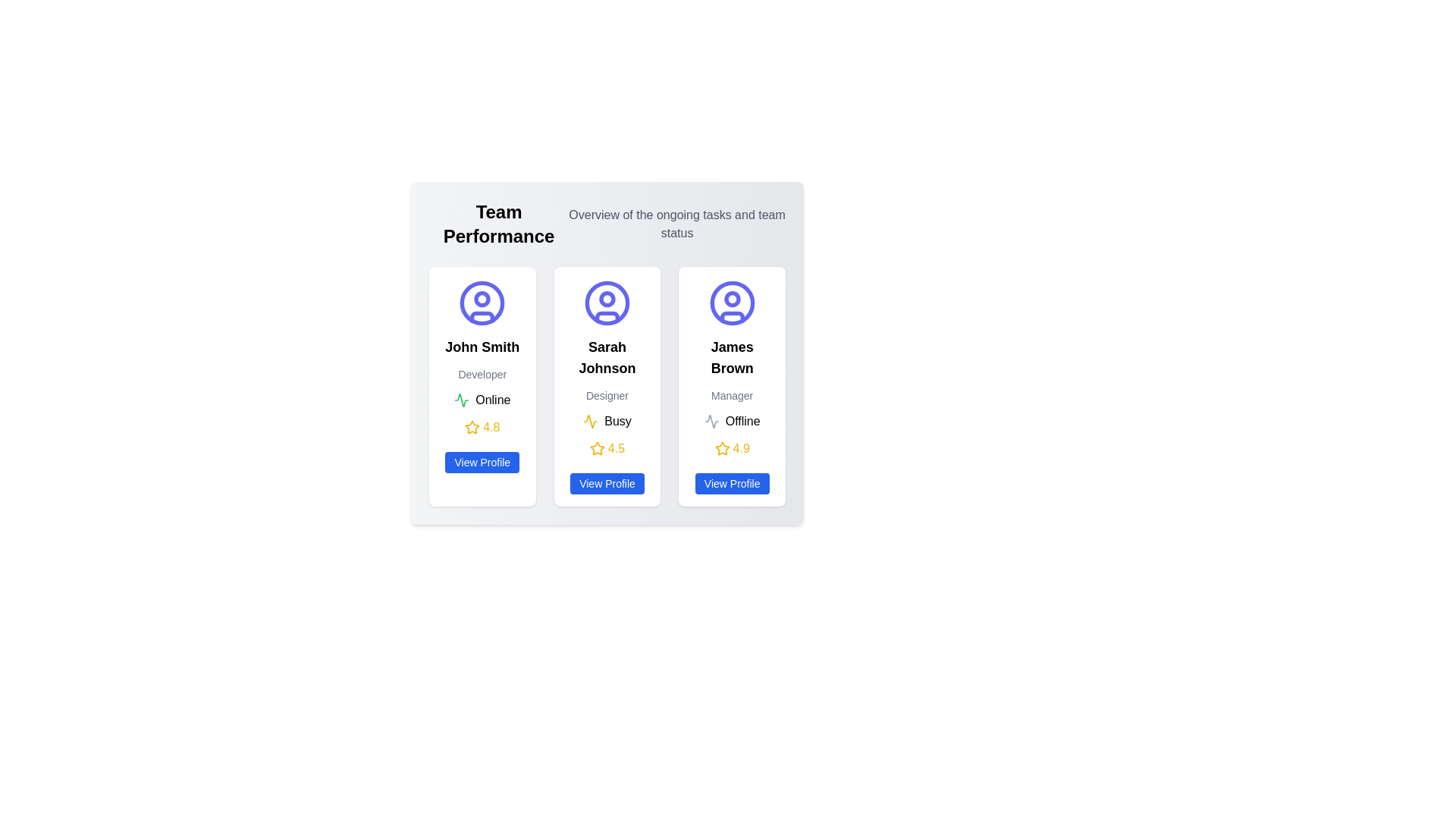 Image resolution: width=1456 pixels, height=819 pixels. Describe the element at coordinates (732, 303) in the screenshot. I see `the circular user profile icon with a purple outline located at the top center of the card for 'James Brown'` at that location.